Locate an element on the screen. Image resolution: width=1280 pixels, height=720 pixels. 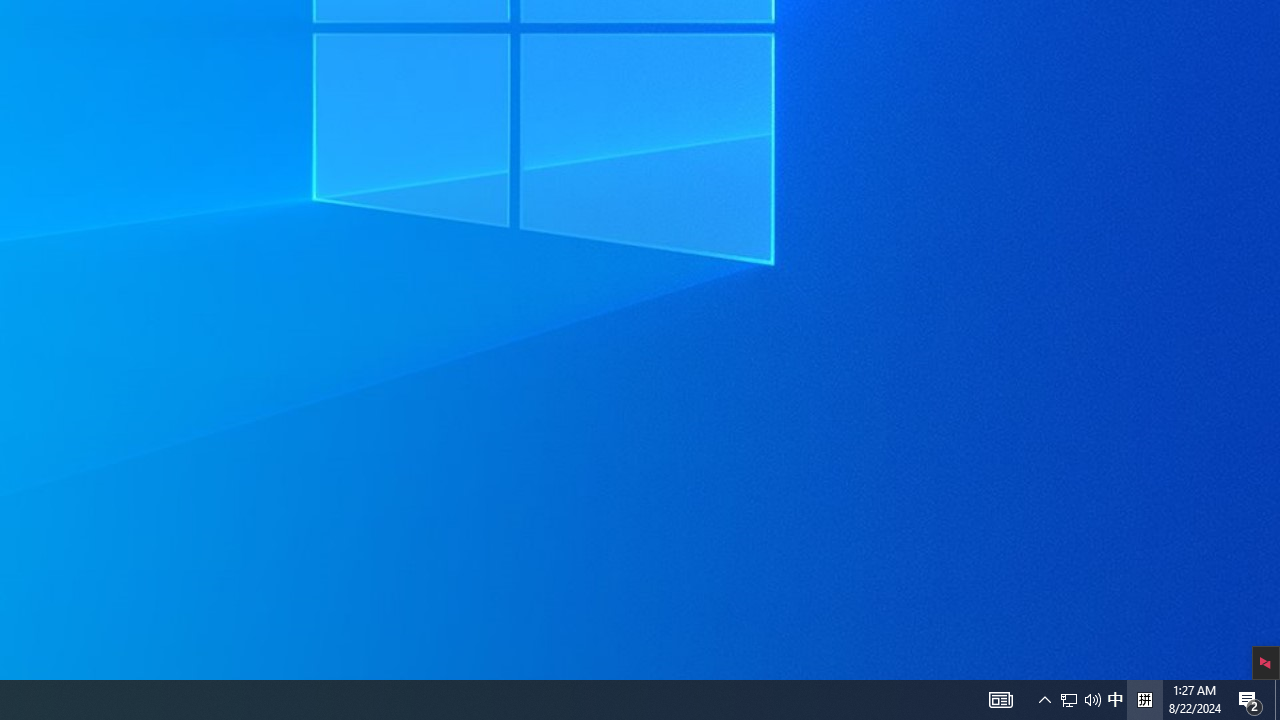
'Notification Chevron' is located at coordinates (1092, 698).